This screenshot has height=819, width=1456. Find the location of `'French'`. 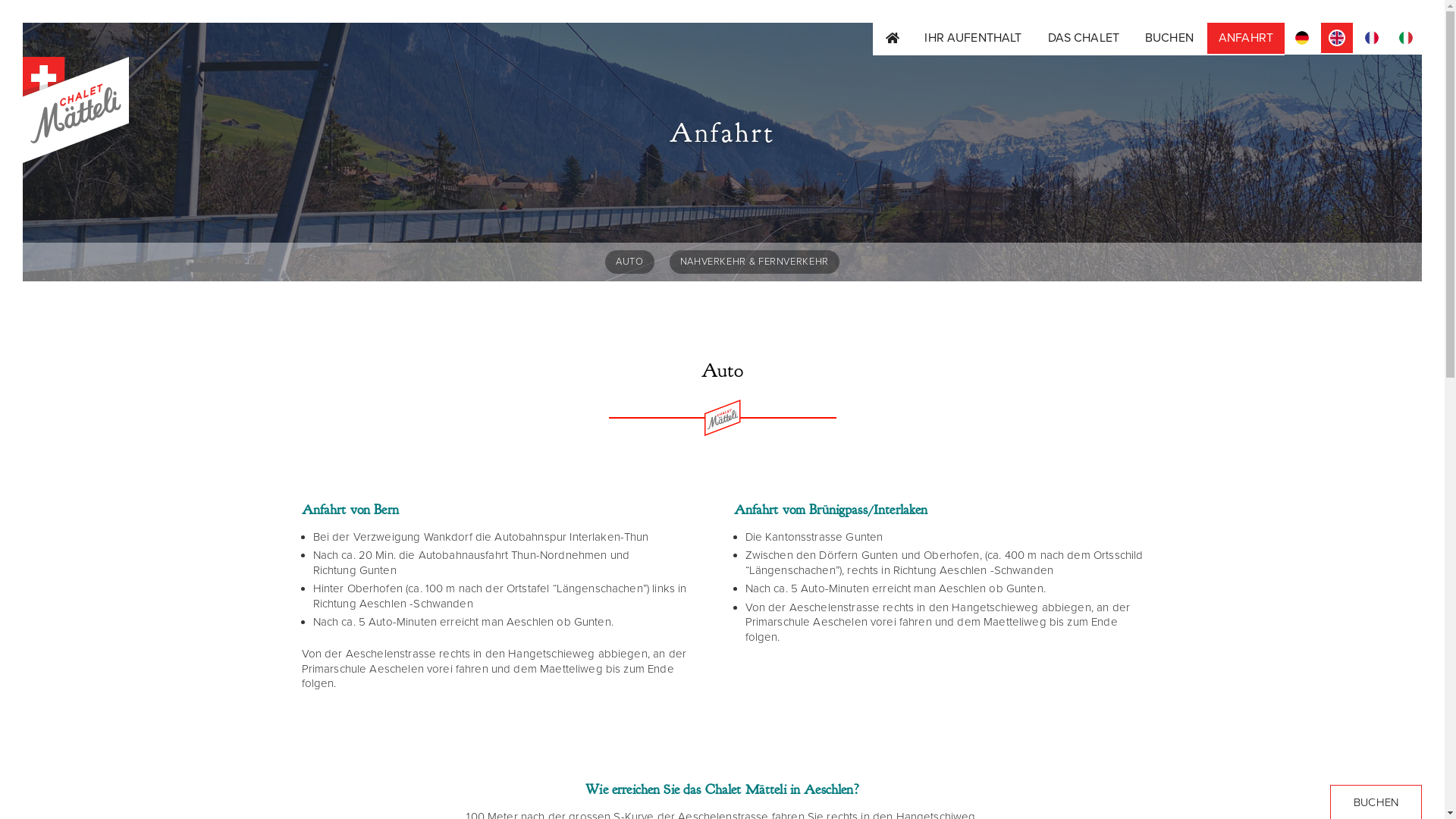

'French' is located at coordinates (1372, 37).